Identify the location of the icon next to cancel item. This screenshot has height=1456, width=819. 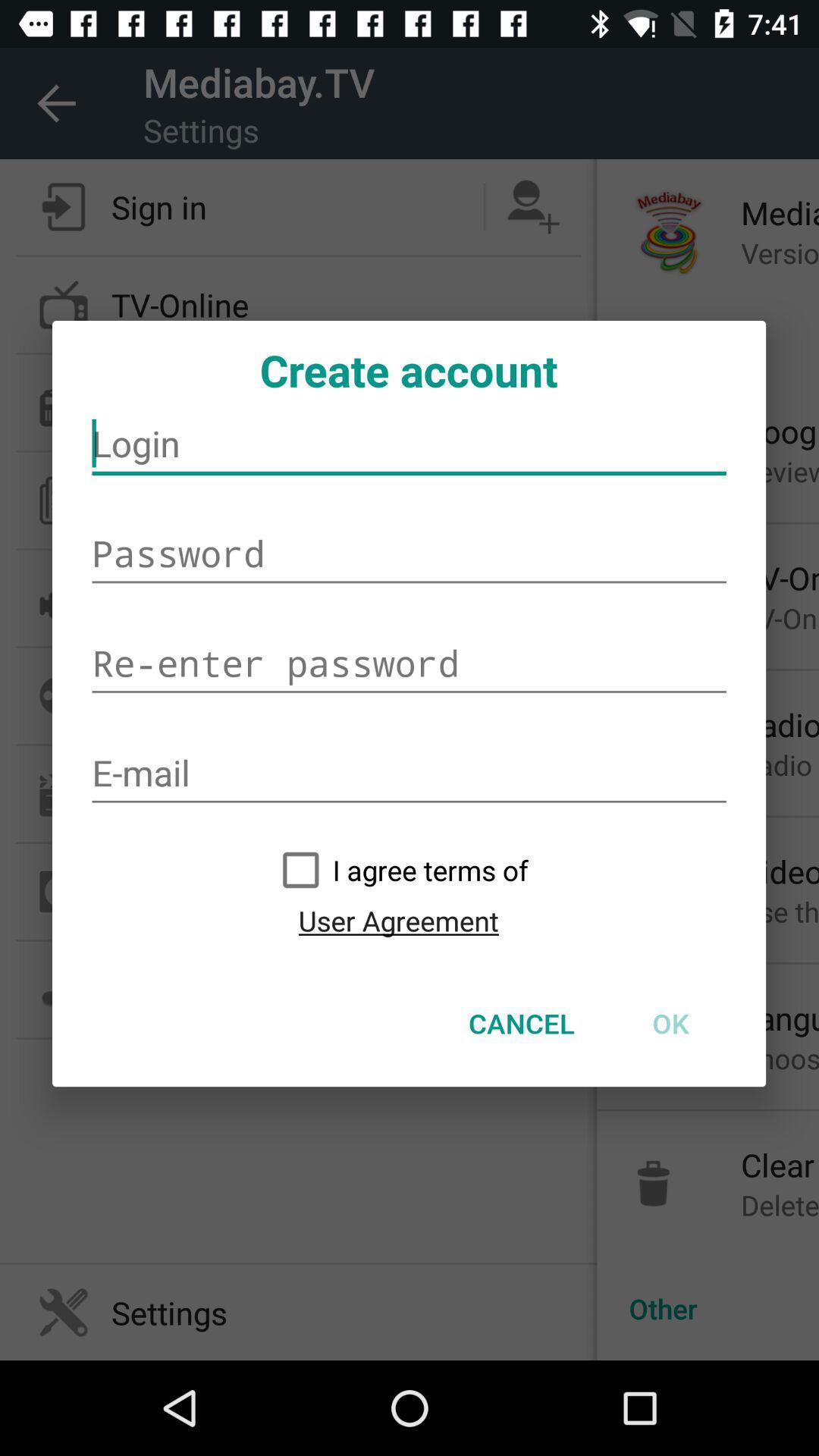
(670, 1023).